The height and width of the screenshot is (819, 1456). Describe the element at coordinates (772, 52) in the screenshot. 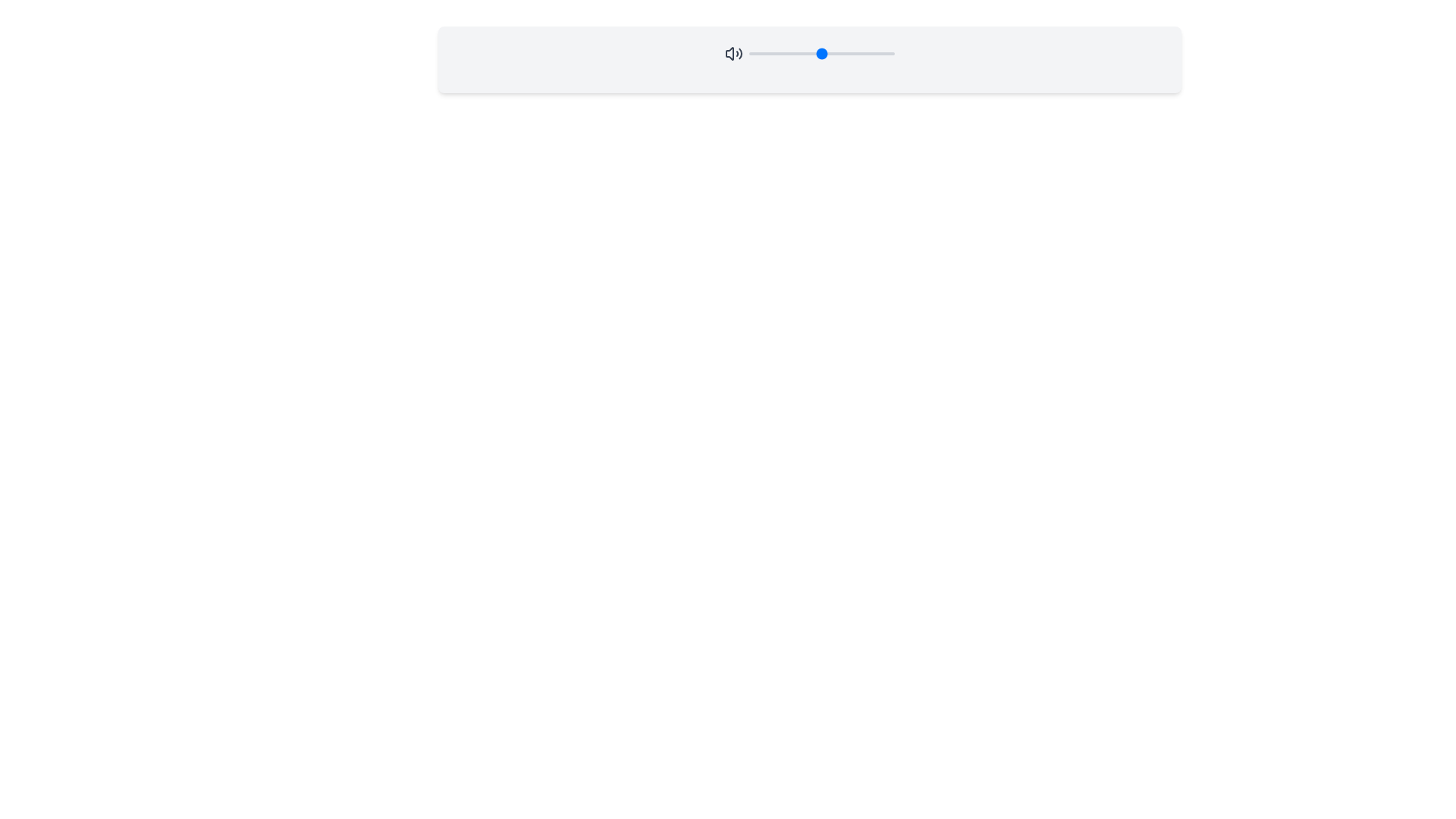

I see `the slider` at that location.